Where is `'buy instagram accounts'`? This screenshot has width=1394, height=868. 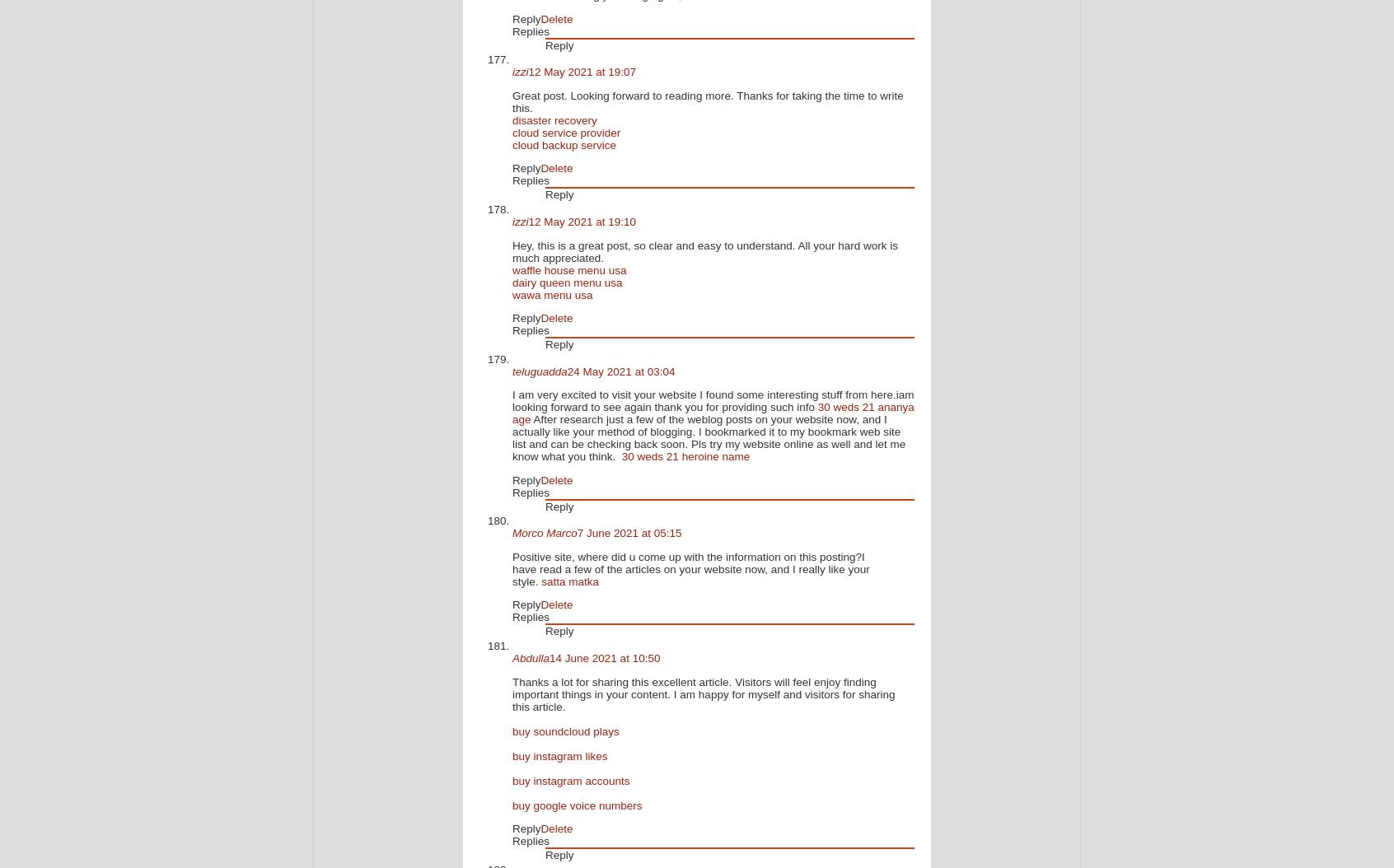 'buy instagram accounts' is located at coordinates (511, 779).